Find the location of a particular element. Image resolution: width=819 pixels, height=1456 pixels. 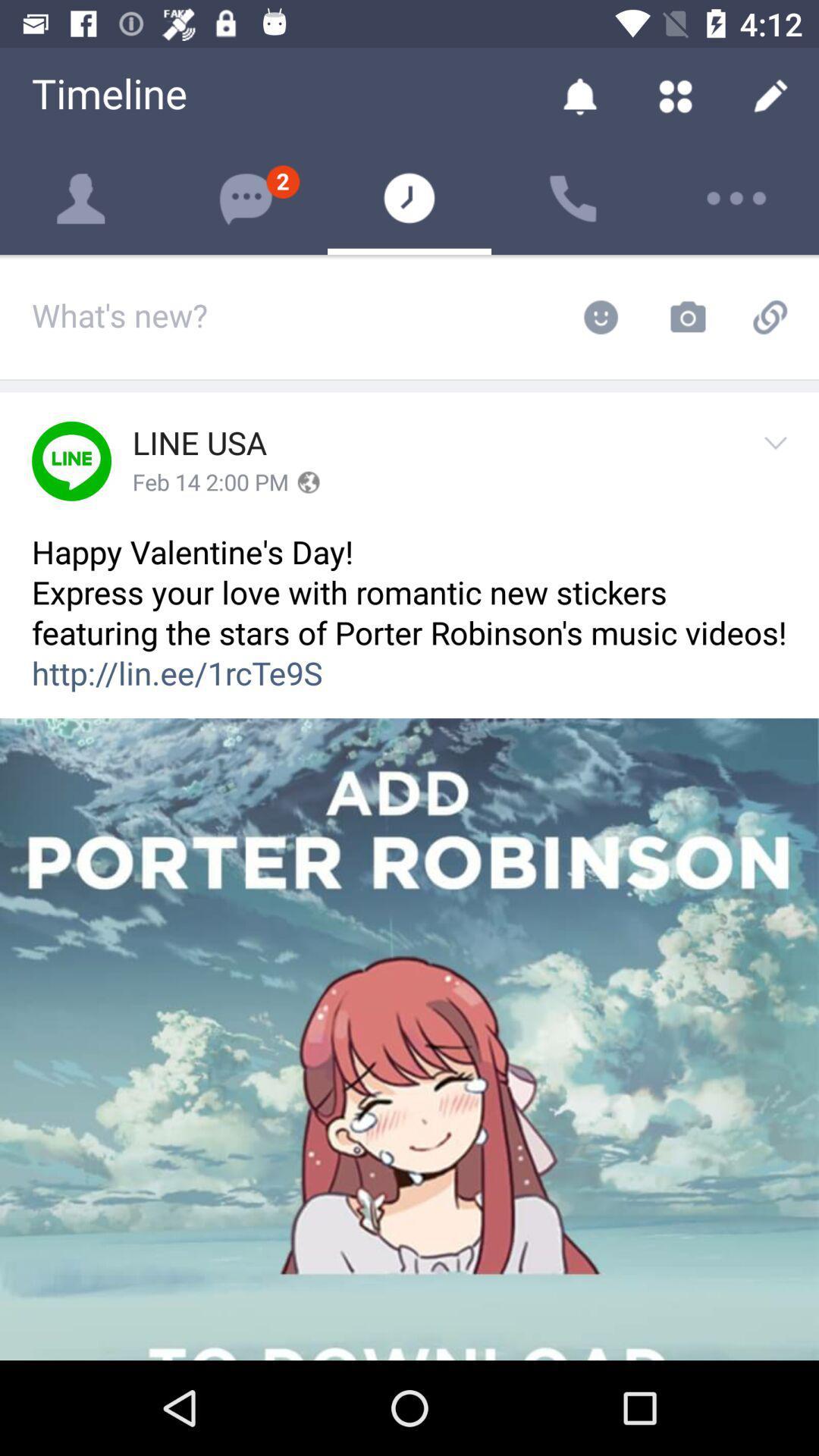

attach files icon next to camera icon on the top right corner of the page is located at coordinates (775, 316).